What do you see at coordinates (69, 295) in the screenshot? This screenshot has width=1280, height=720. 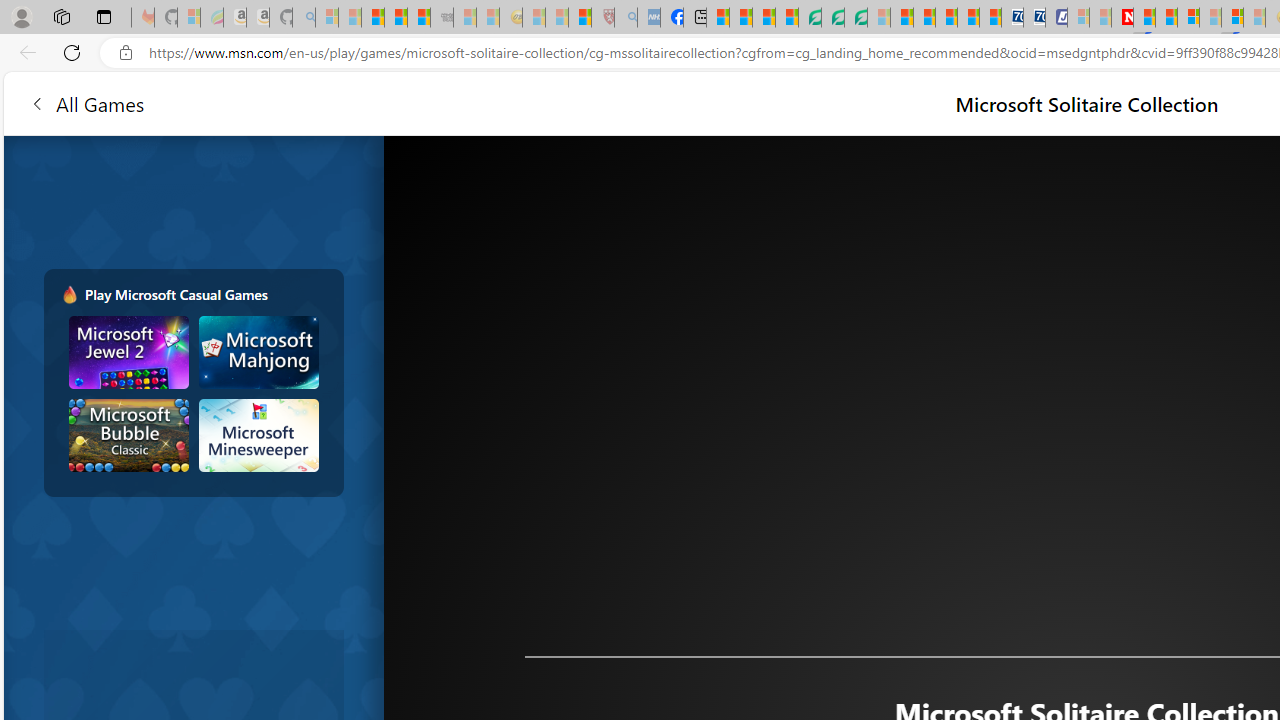 I see `'Fire icon'` at bounding box center [69, 295].